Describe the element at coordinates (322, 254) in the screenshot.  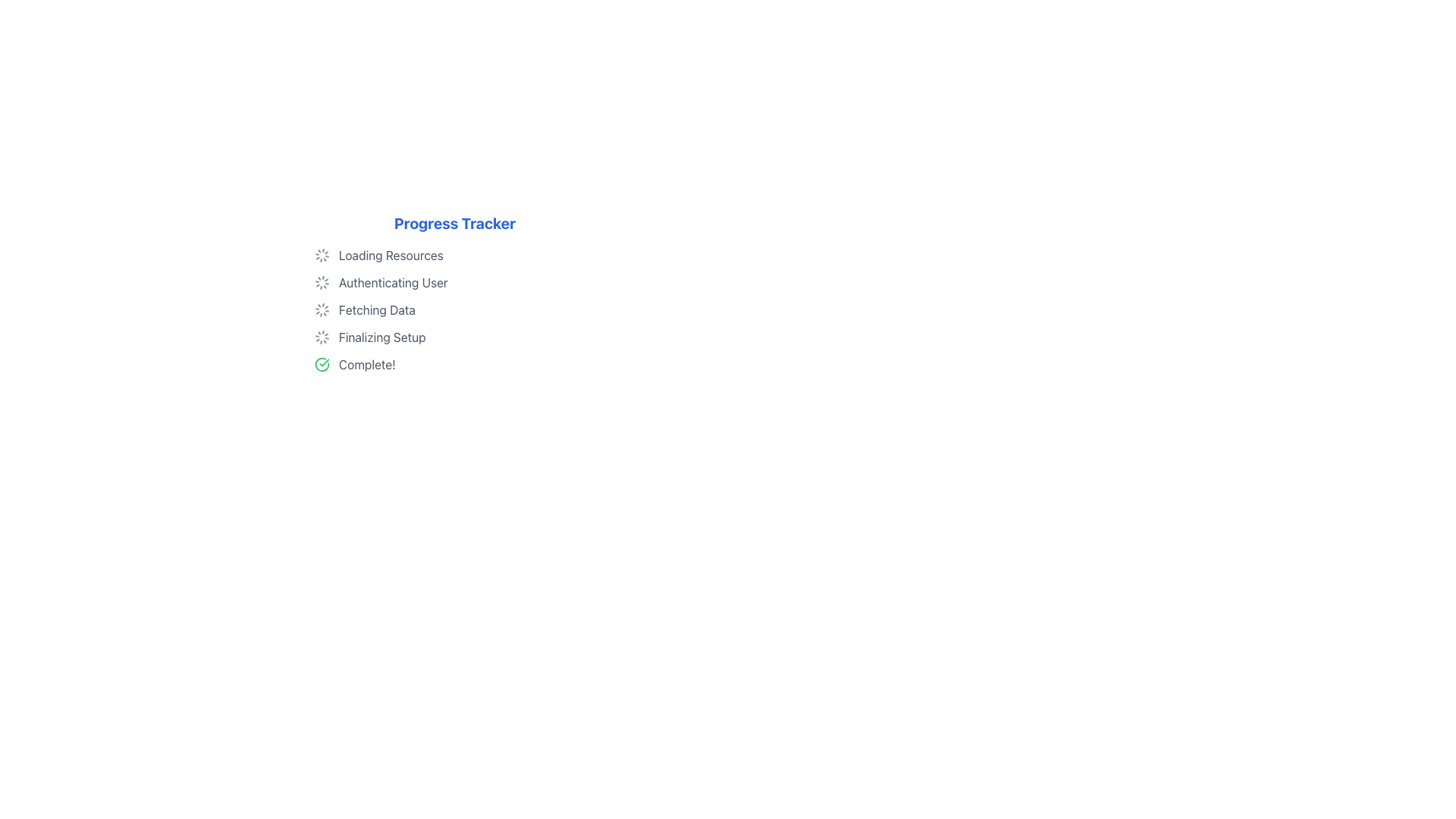
I see `the small circular gray spinner icon located to the left of the 'Loading Resources' label in the progress tracker section` at that location.